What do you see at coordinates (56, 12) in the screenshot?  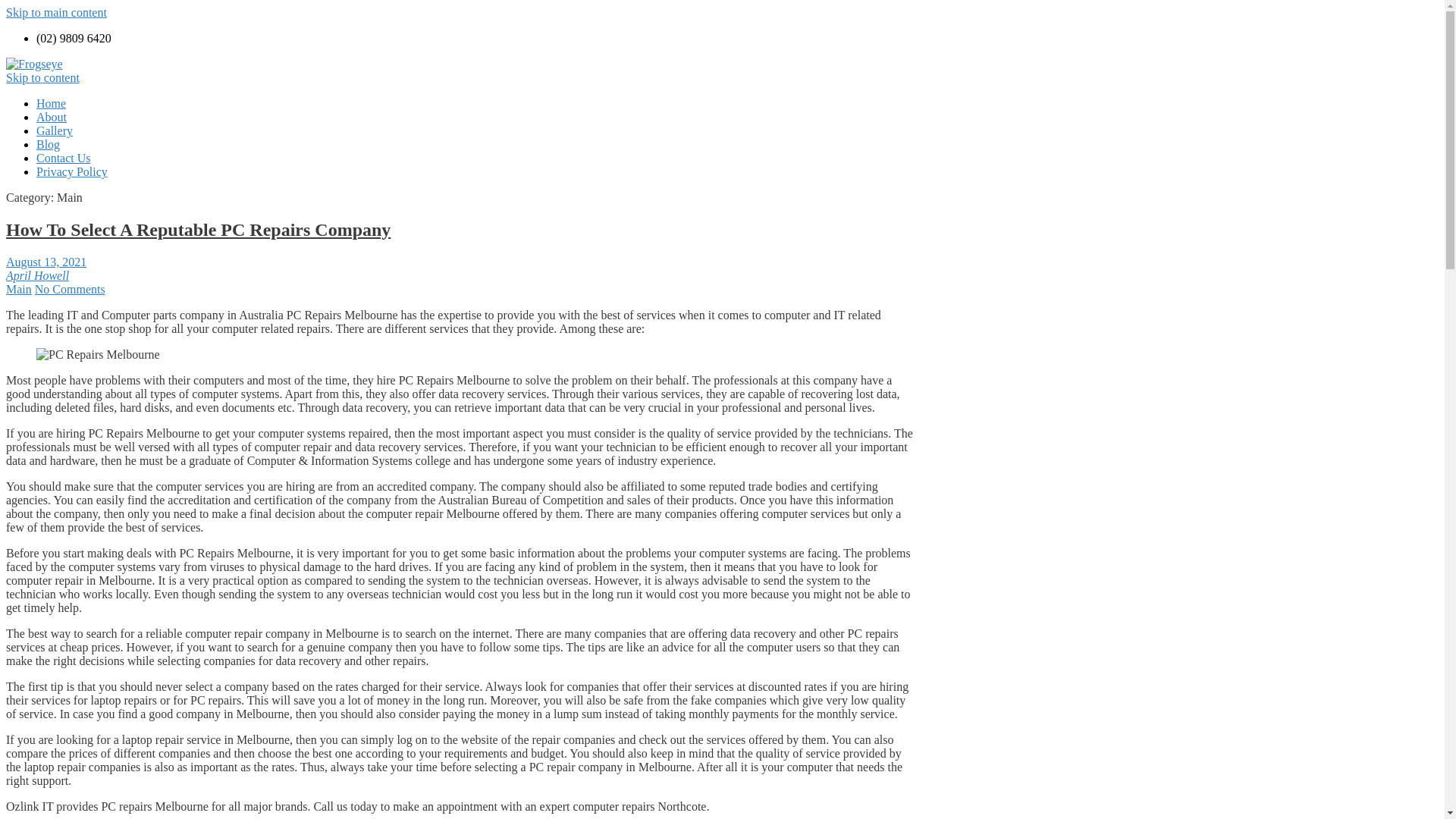 I see `'Skip to main content'` at bounding box center [56, 12].